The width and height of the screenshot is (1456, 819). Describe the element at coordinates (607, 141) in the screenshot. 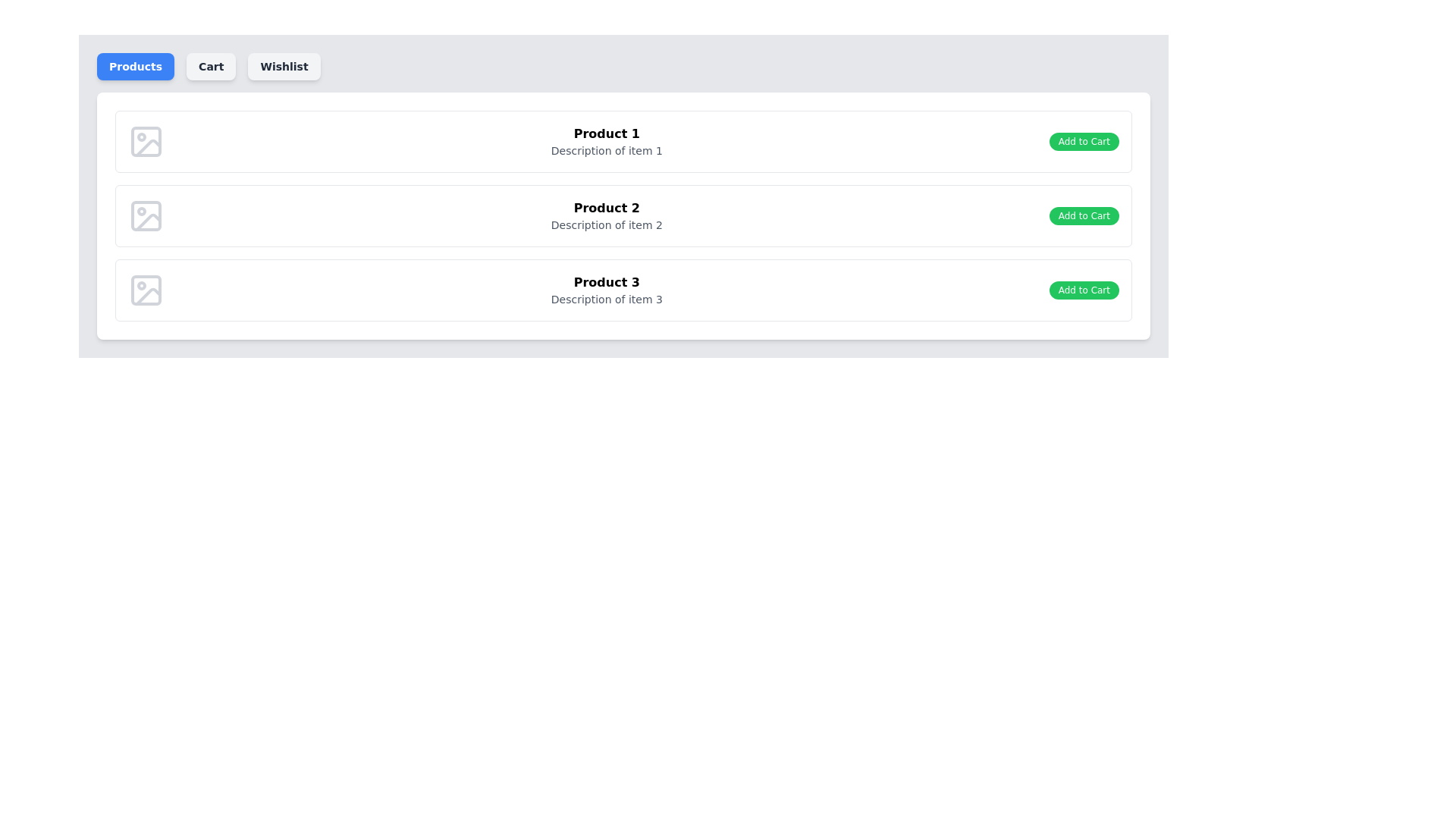

I see `product information displayed in the text display element that shows 'Product 1' in bold and 'Description of item 1' in smaller muted gray text` at that location.